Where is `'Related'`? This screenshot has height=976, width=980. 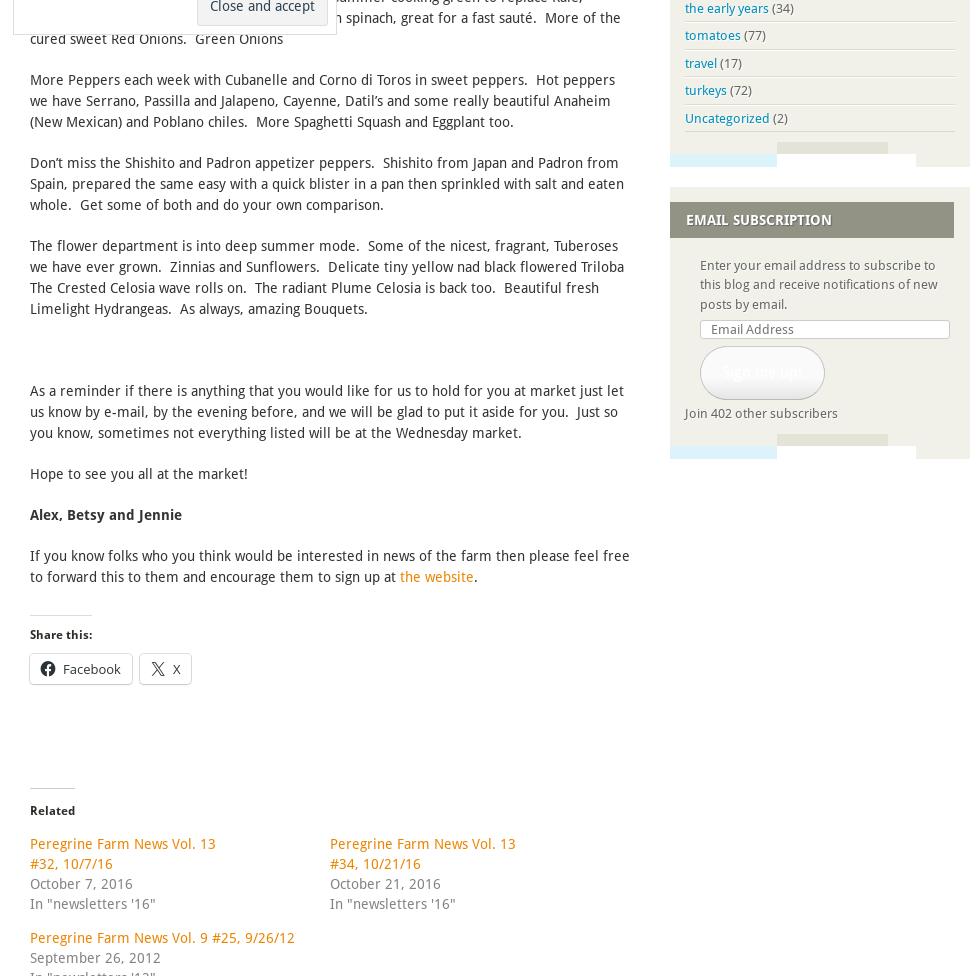 'Related' is located at coordinates (52, 810).